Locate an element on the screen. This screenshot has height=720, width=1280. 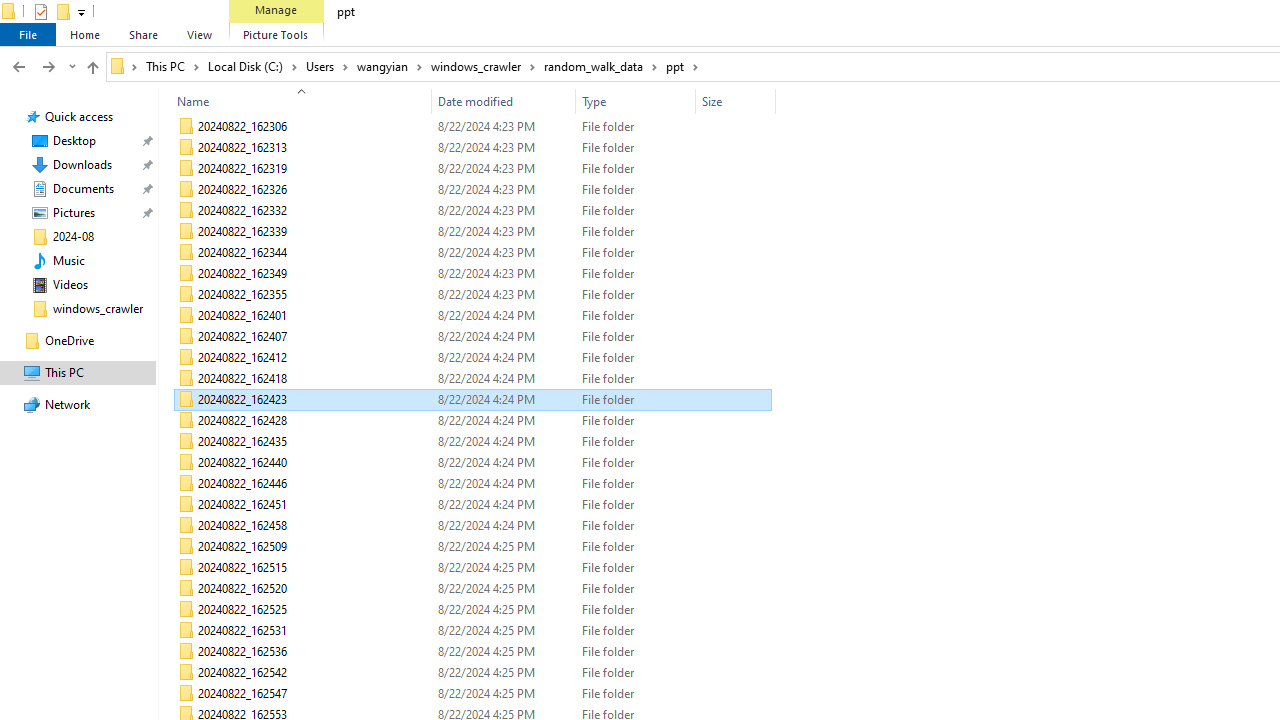
'20240822_162428' is located at coordinates (471, 419).